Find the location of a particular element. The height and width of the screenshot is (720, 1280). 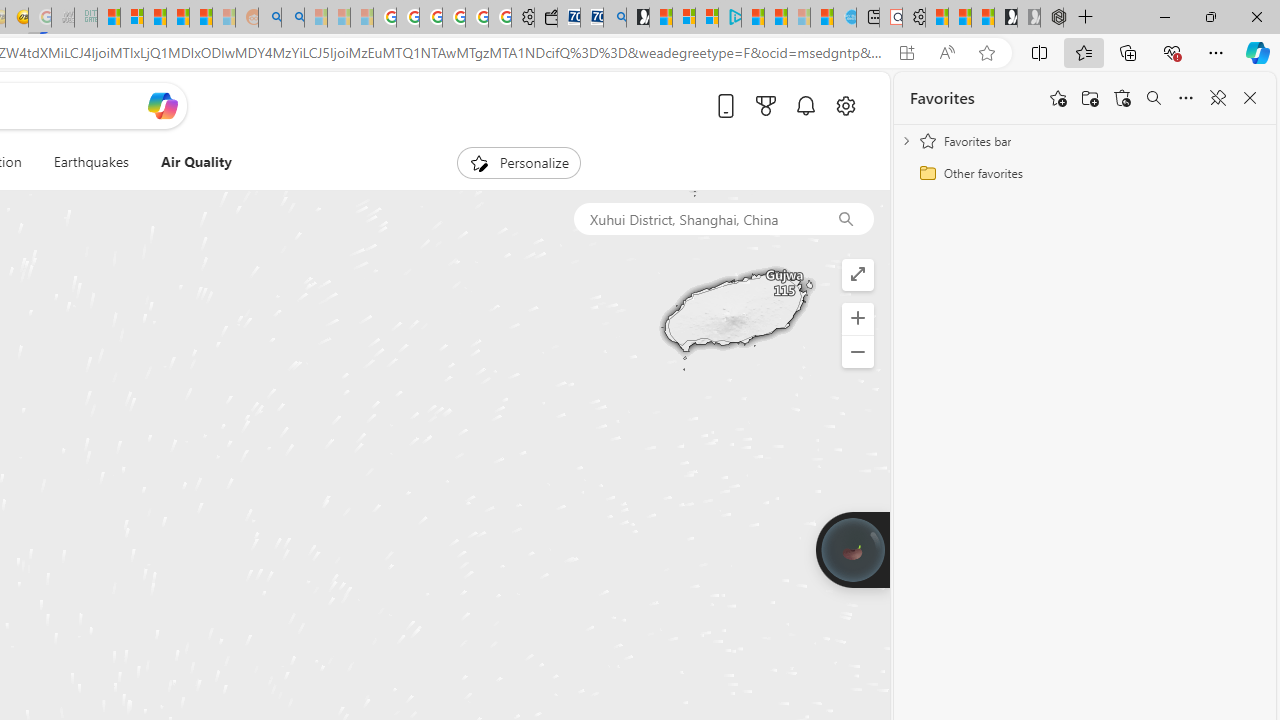

'Earthquakes' is located at coordinates (89, 162).